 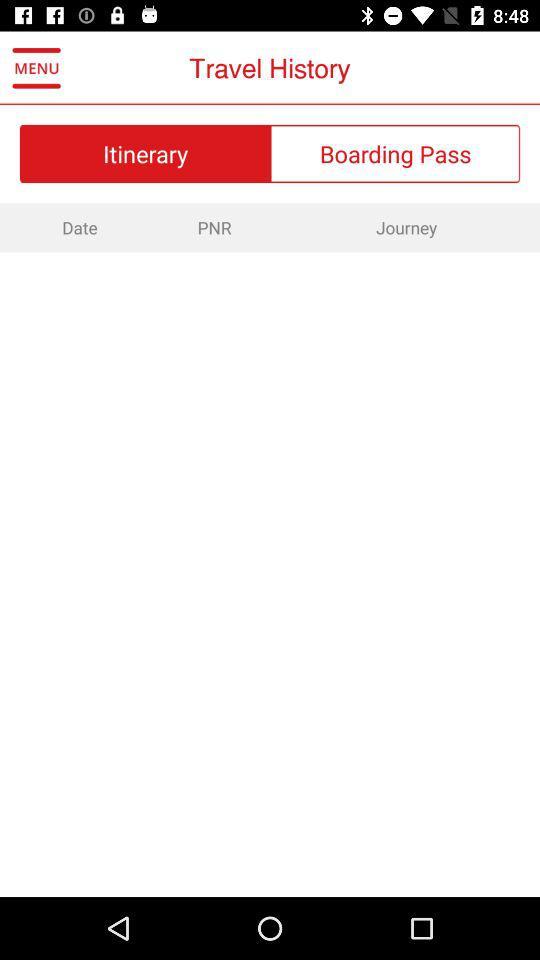 I want to click on the item next to the pnr item, so click(x=76, y=227).